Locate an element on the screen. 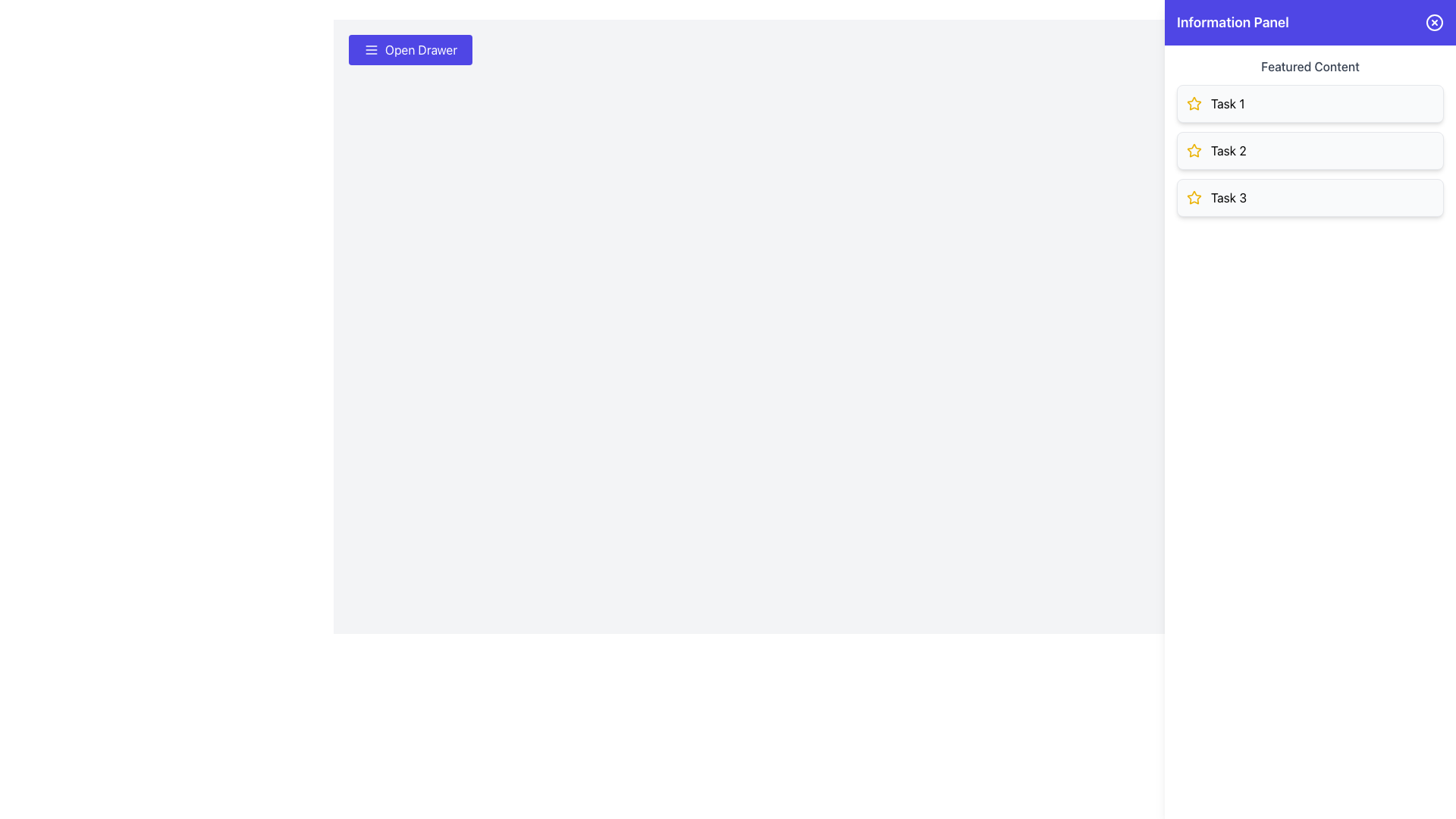 The image size is (1456, 819). the 'Task 3' text label located in the third row of the list under the 'Featured Content' section on the right-hand panel to interact with its related functionality is located at coordinates (1228, 197).